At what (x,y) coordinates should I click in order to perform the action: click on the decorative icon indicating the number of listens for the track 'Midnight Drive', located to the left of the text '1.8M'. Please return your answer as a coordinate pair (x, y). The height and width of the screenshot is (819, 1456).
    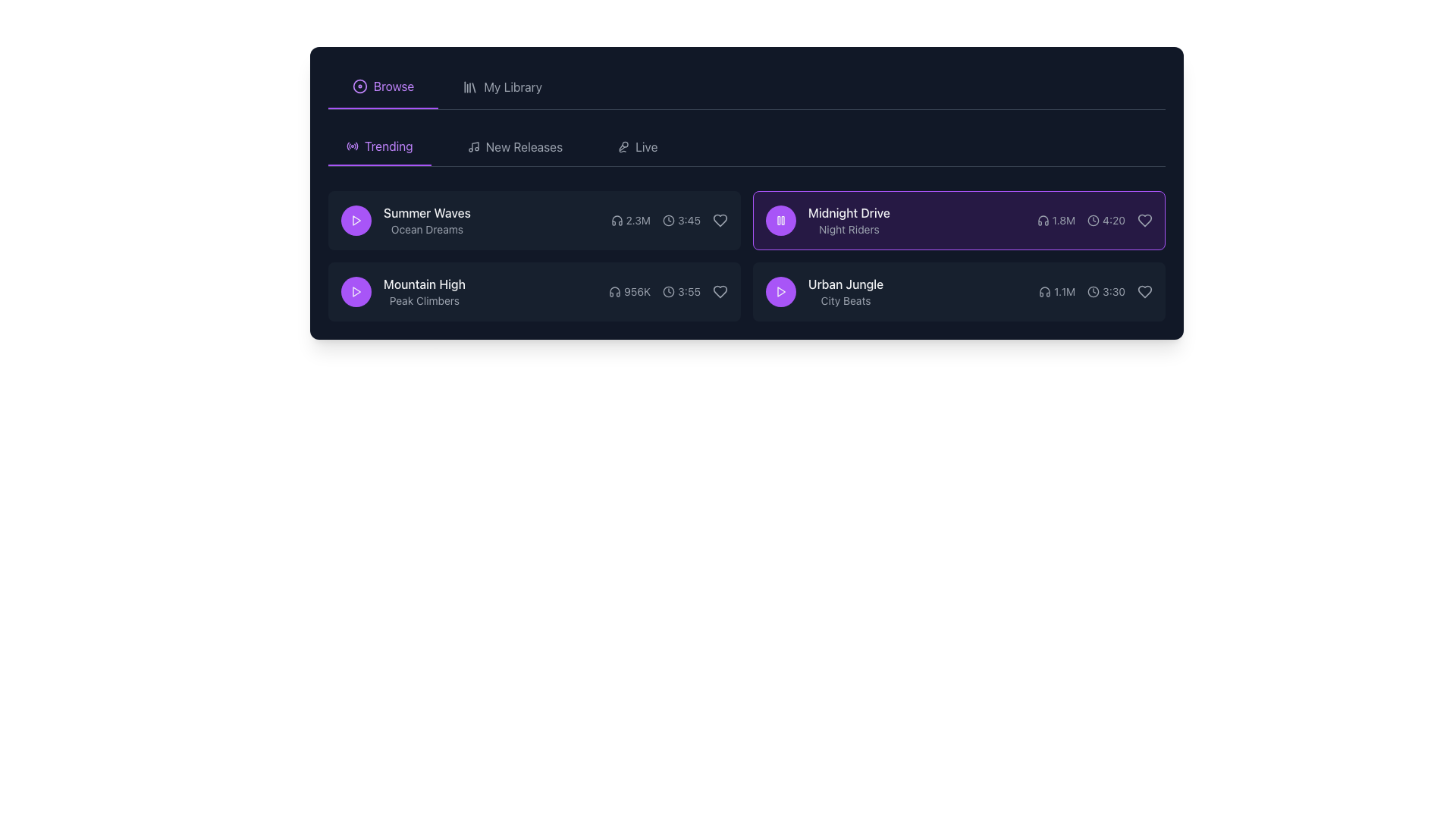
    Looking at the image, I should click on (1042, 220).